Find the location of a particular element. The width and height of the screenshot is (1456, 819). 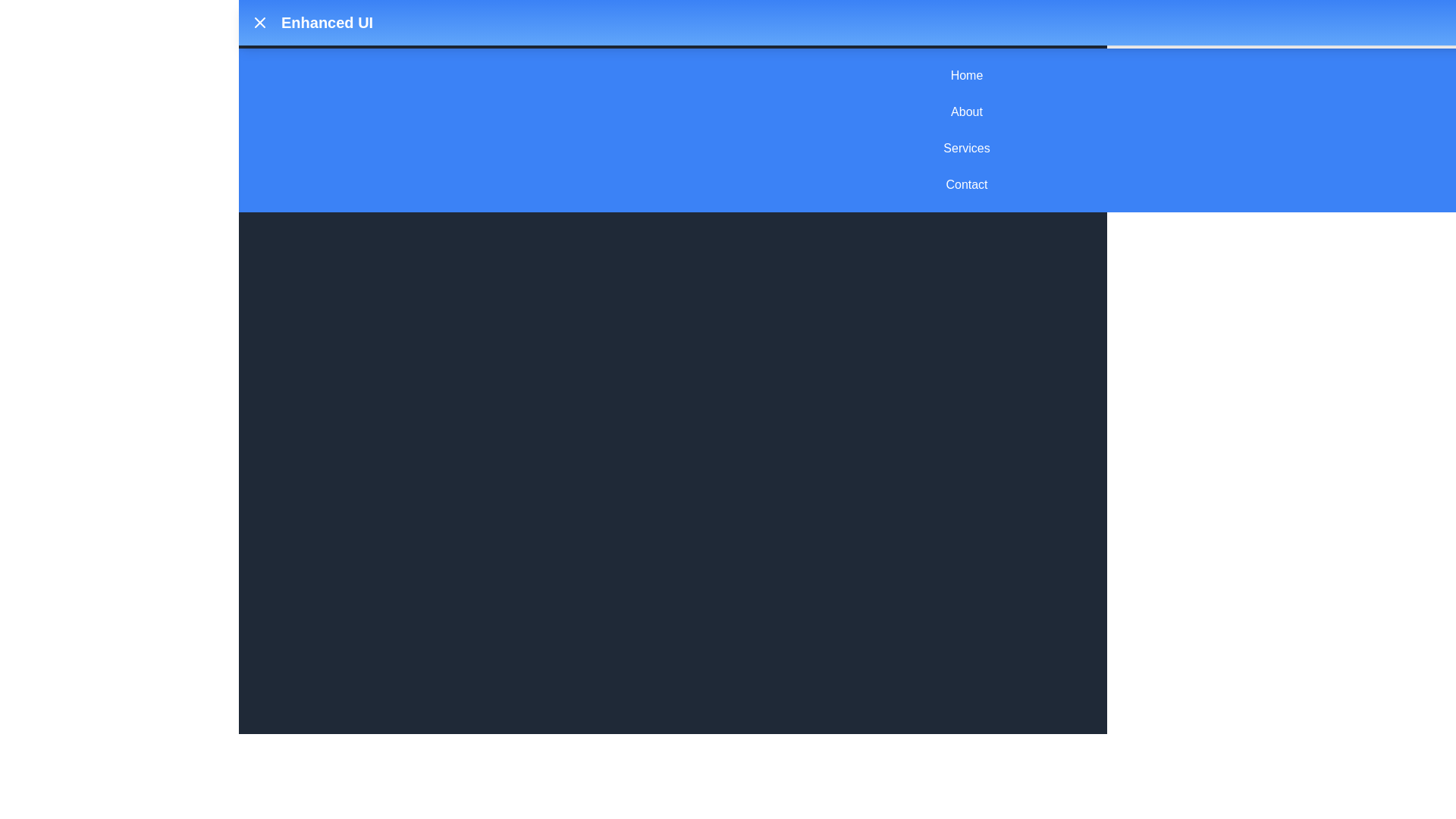

the menu item Contact is located at coordinates (966, 184).